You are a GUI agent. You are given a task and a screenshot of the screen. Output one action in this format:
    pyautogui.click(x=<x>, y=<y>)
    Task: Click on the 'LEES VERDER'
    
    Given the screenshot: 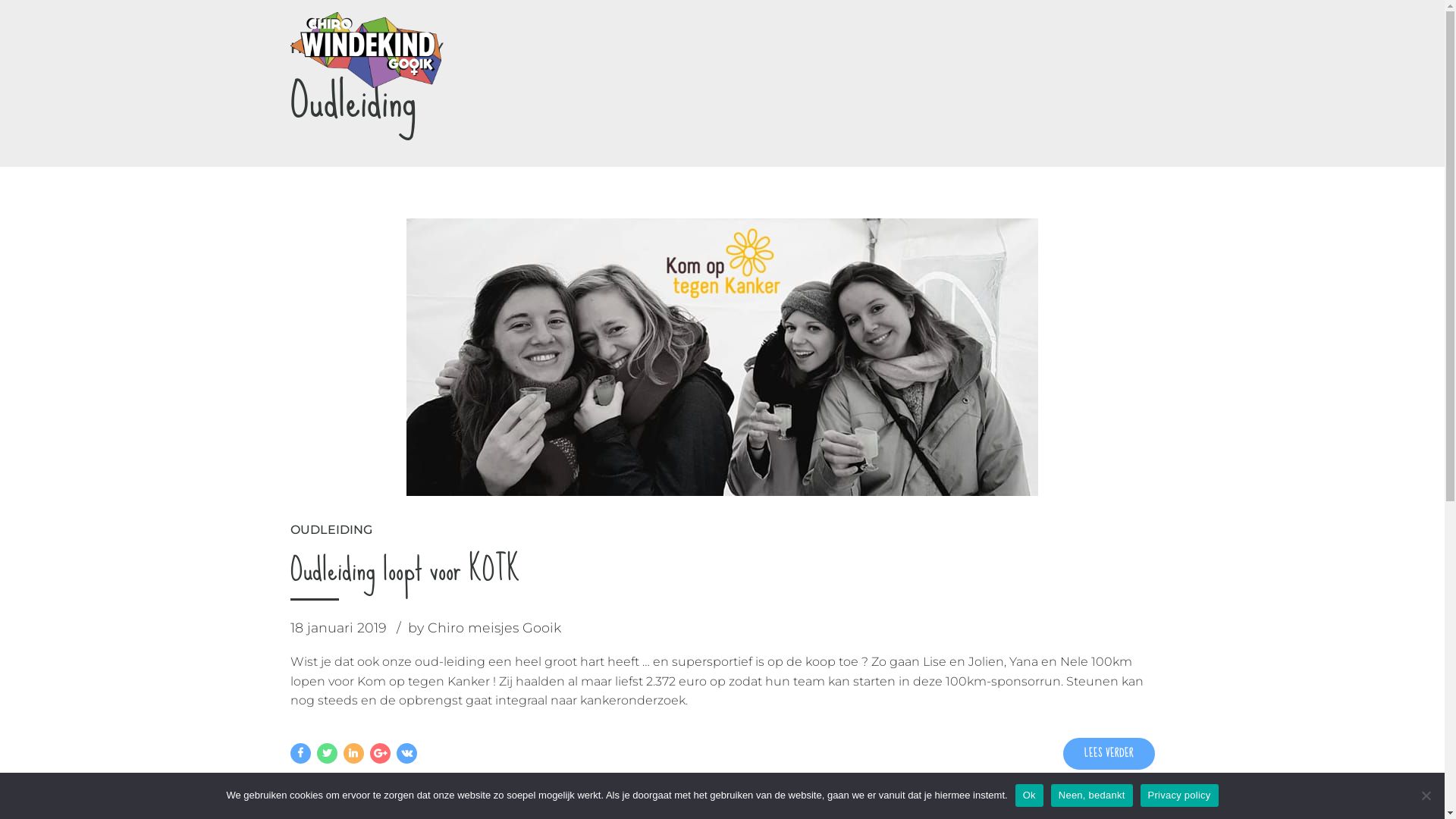 What is the action you would take?
    pyautogui.click(x=1062, y=754)
    